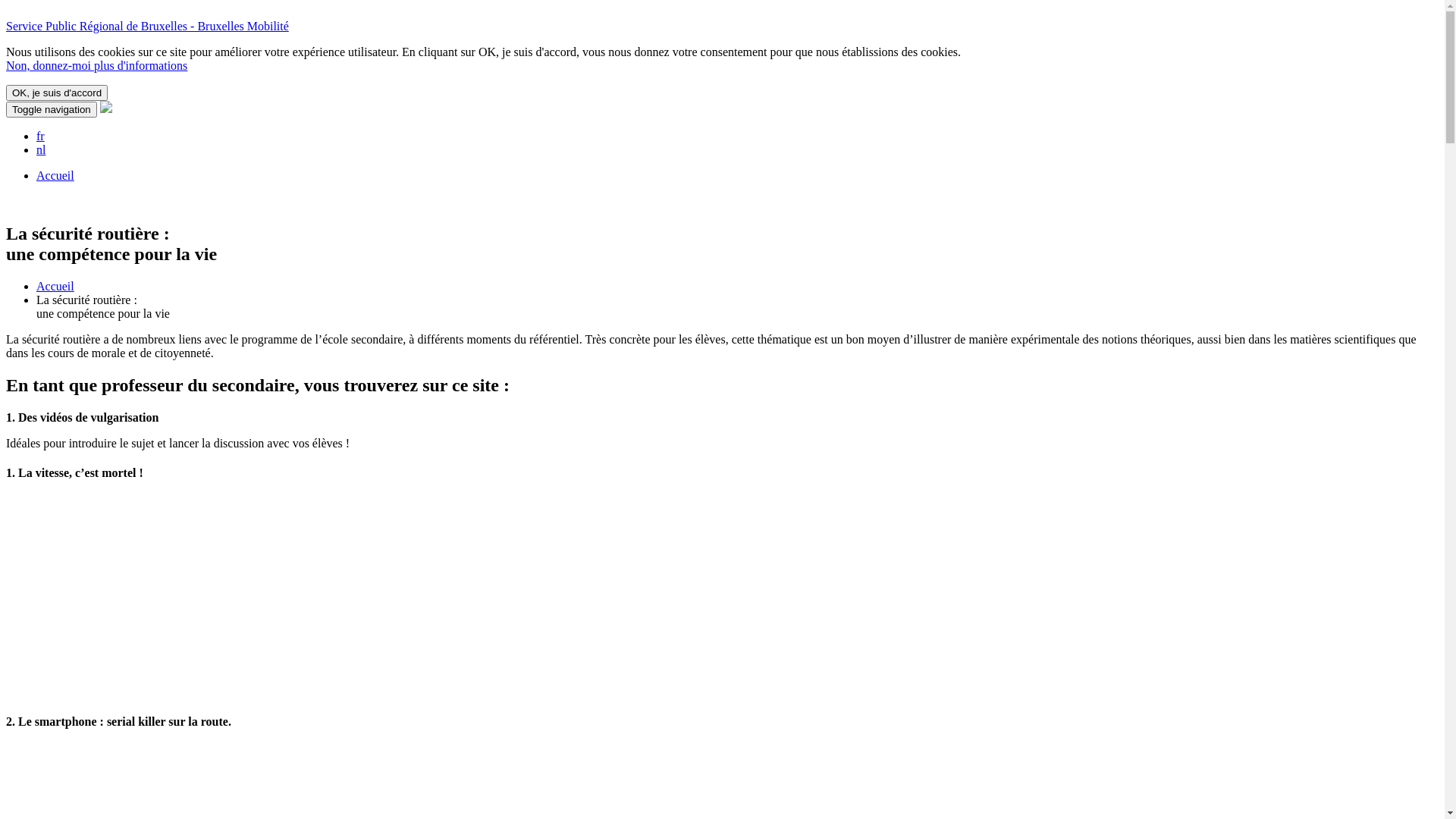  I want to click on 'Toggle navigation', so click(6, 108).